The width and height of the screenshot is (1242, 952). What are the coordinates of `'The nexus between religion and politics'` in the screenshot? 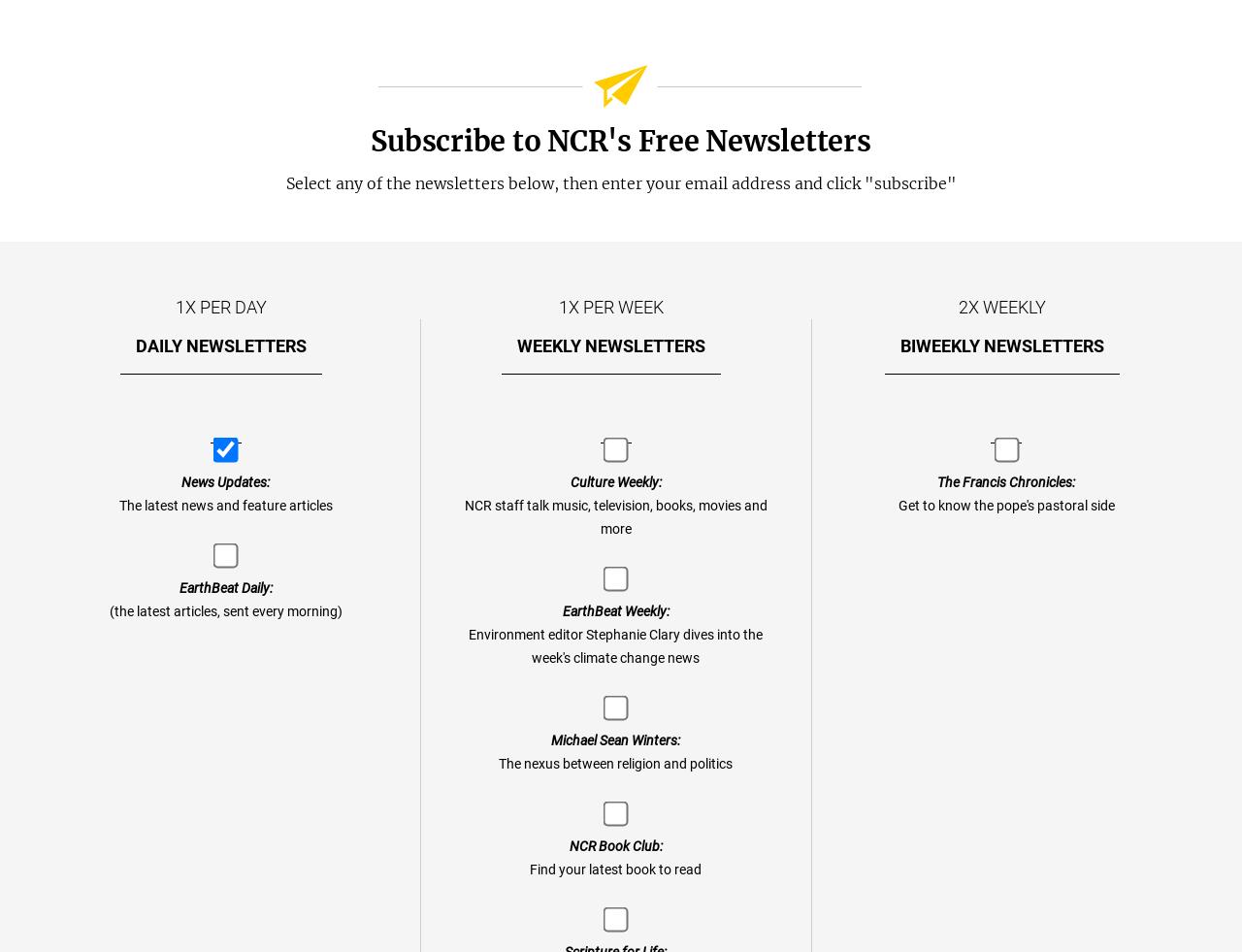 It's located at (614, 764).